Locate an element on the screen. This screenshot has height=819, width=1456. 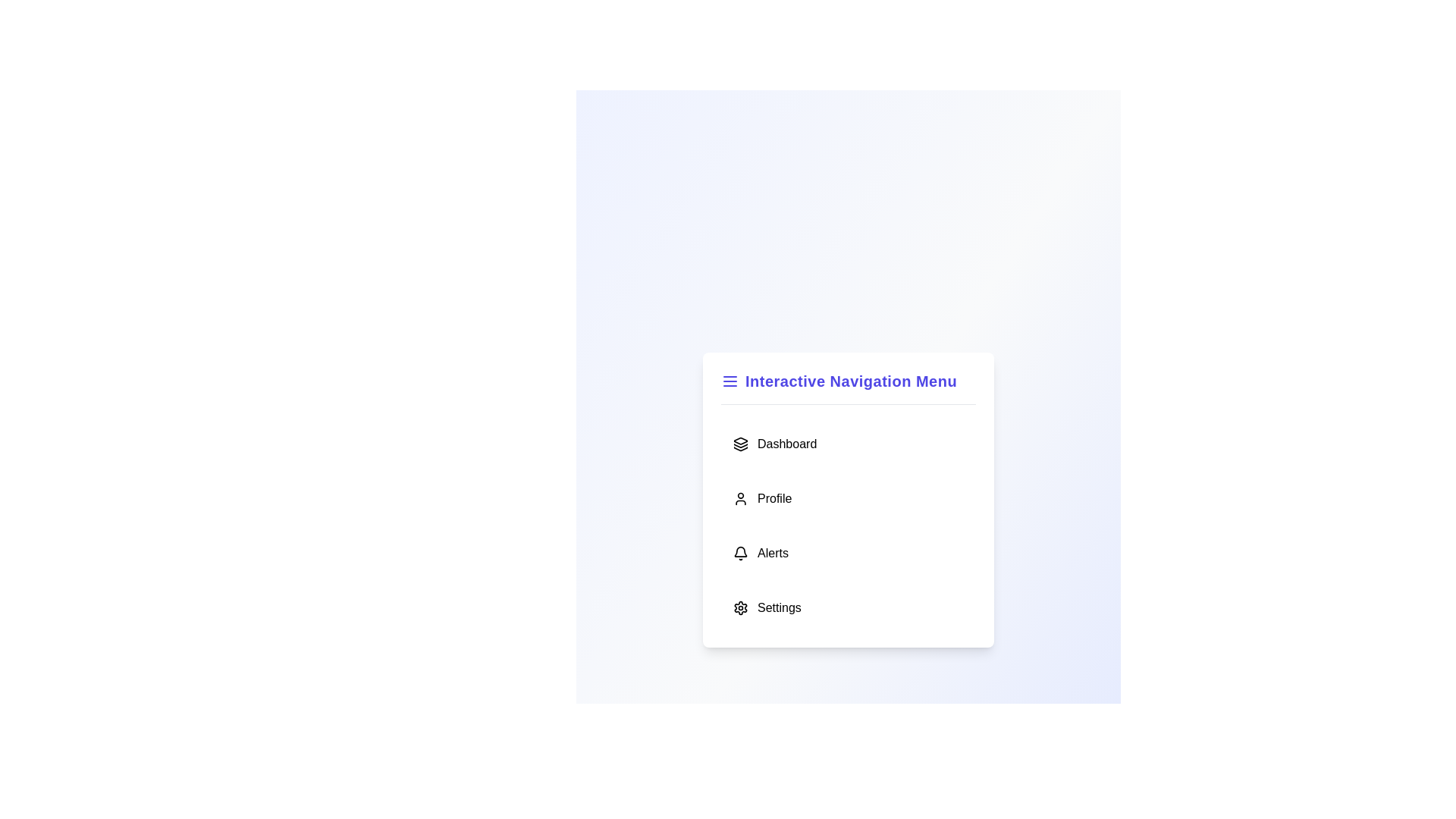
the menu item Profile by clicking on it is located at coordinates (847, 498).